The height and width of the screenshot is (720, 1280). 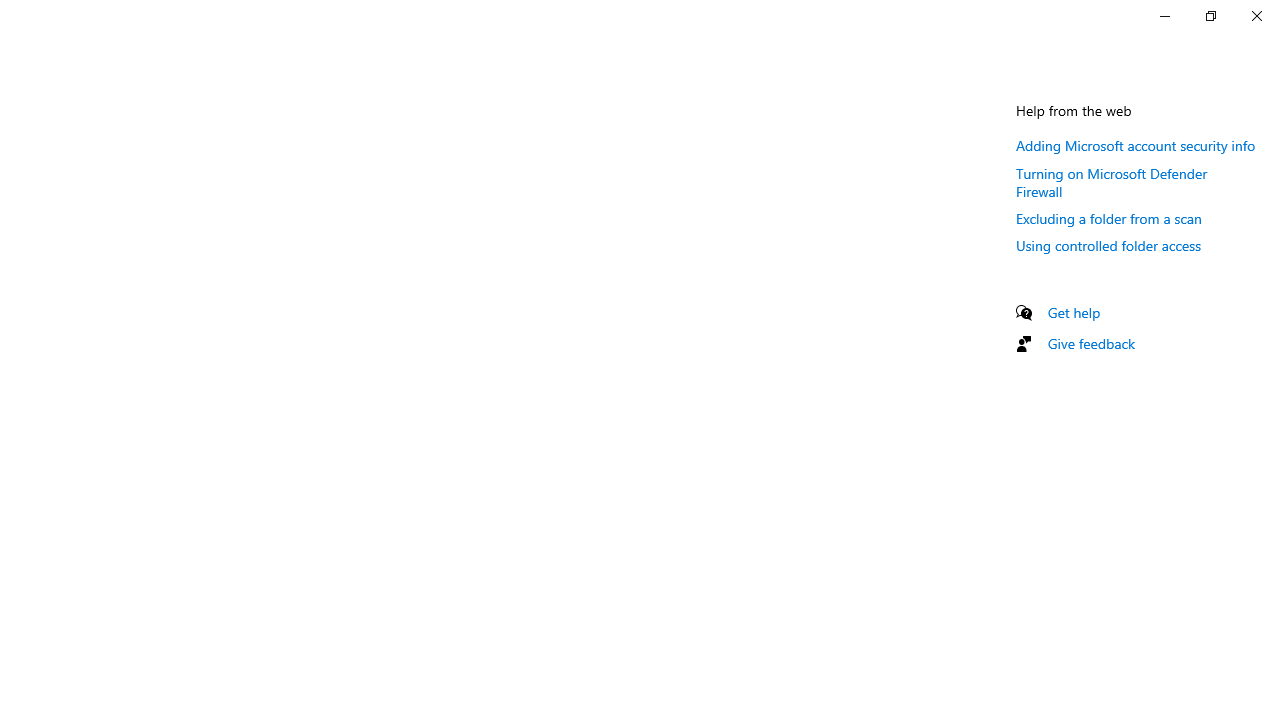 I want to click on 'Using controlled folder access', so click(x=1108, y=244).